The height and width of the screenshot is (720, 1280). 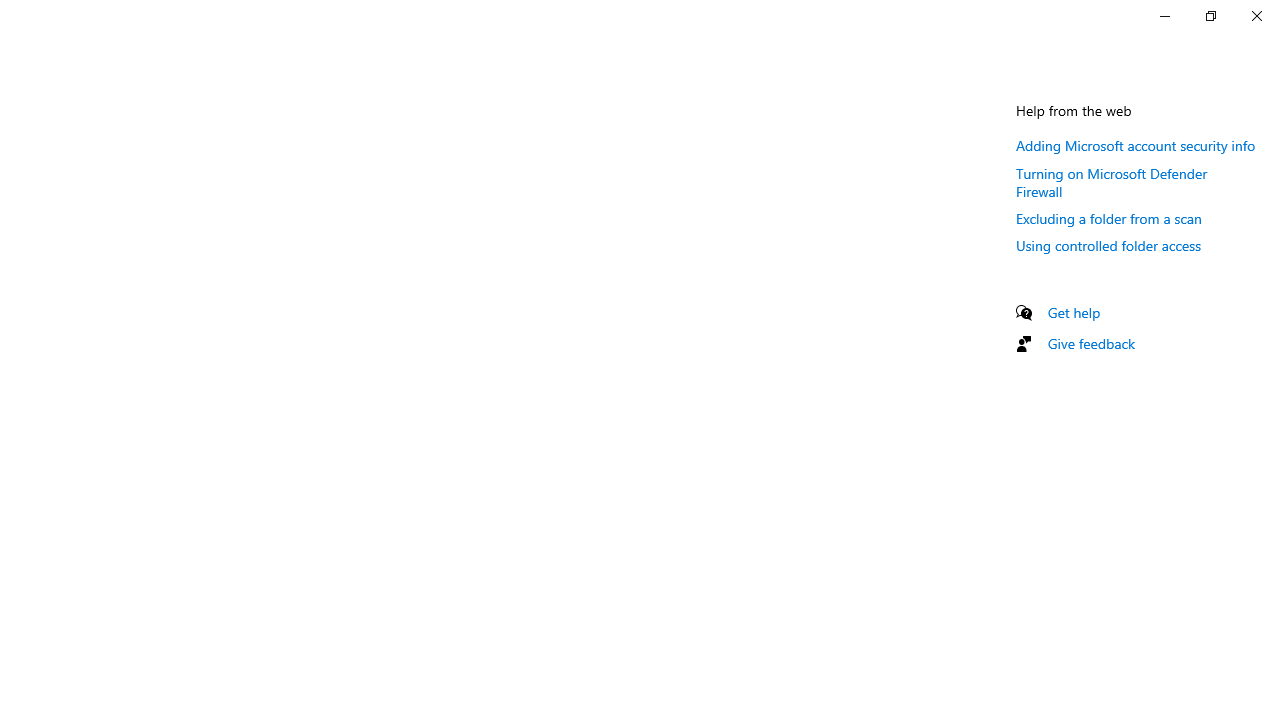 I want to click on 'Using controlled folder access', so click(x=1108, y=244).